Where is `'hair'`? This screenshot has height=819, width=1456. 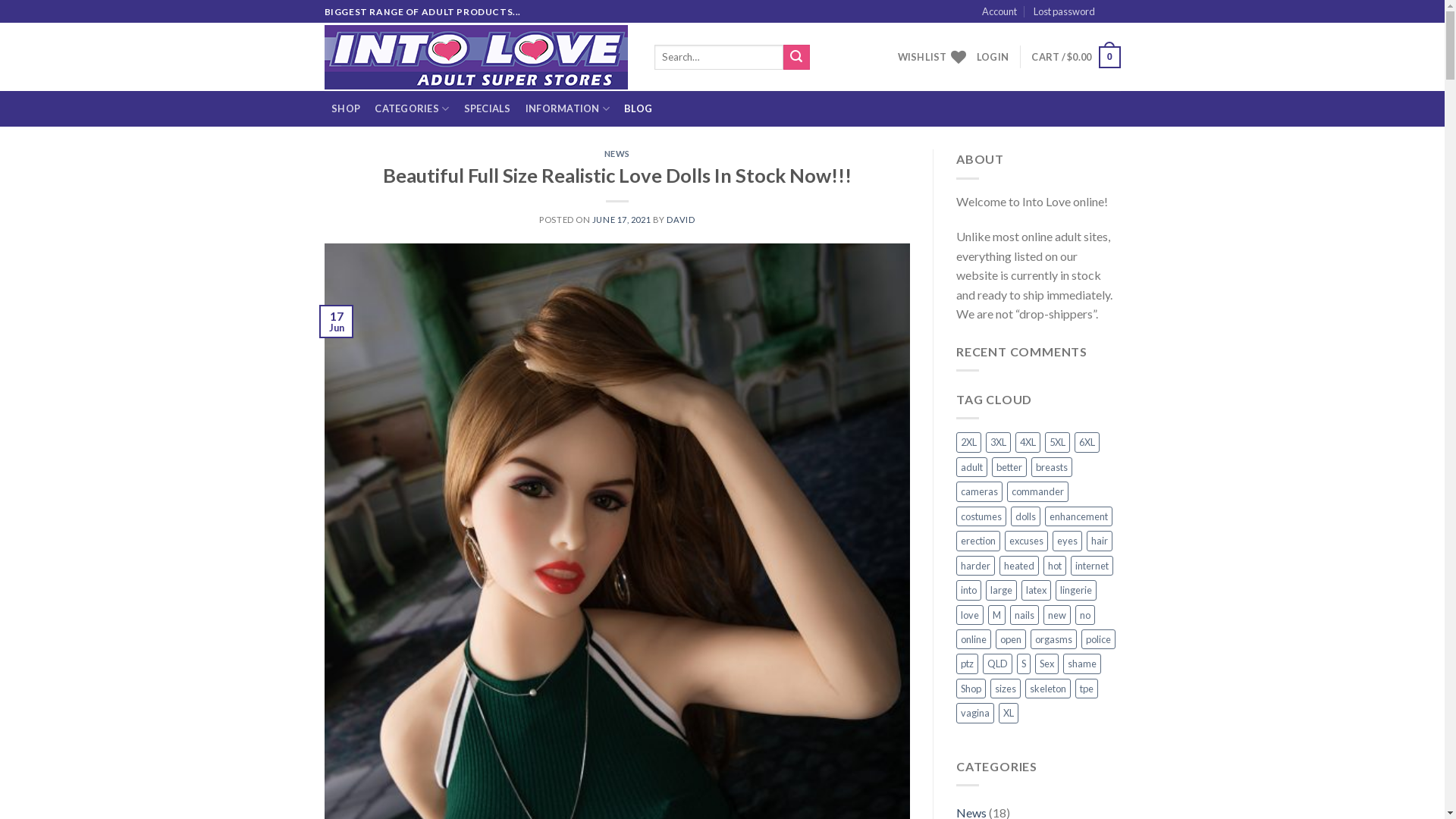
'hair' is located at coordinates (1099, 540).